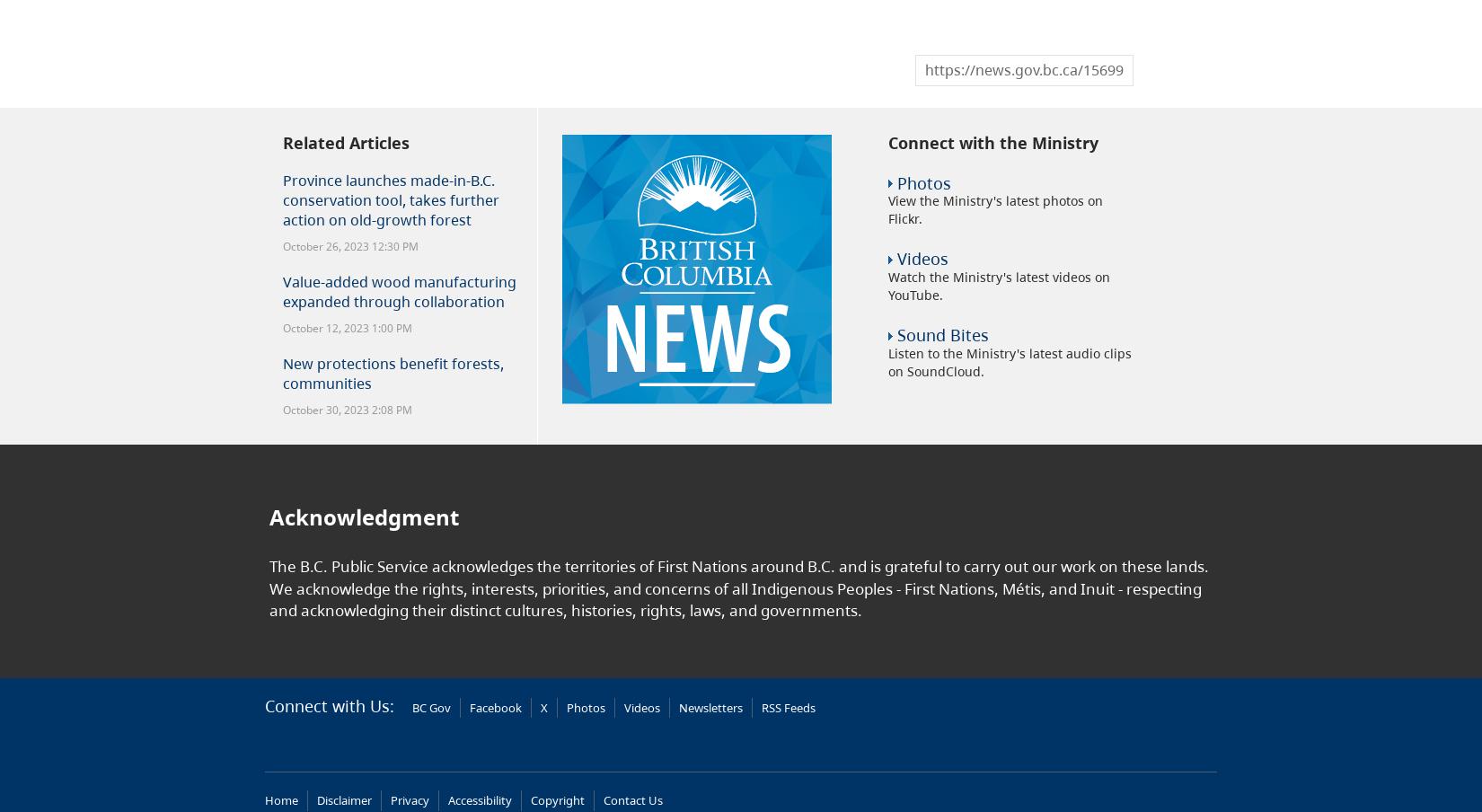 This screenshot has height=812, width=1482. What do you see at coordinates (738, 587) in the screenshot?
I see `'The B.C. Public Service acknowledges the territories of First Nations around B.C. and is grateful
            to carry out our work on these lands. We acknowledge the rights, interests, priorities, and concerns of all Indigenous Peoples - First 
            Nations, Métis, and Inuit - respecting and acknowledging their distinct cultures, histories, rights, laws, and governments.'` at bounding box center [738, 587].